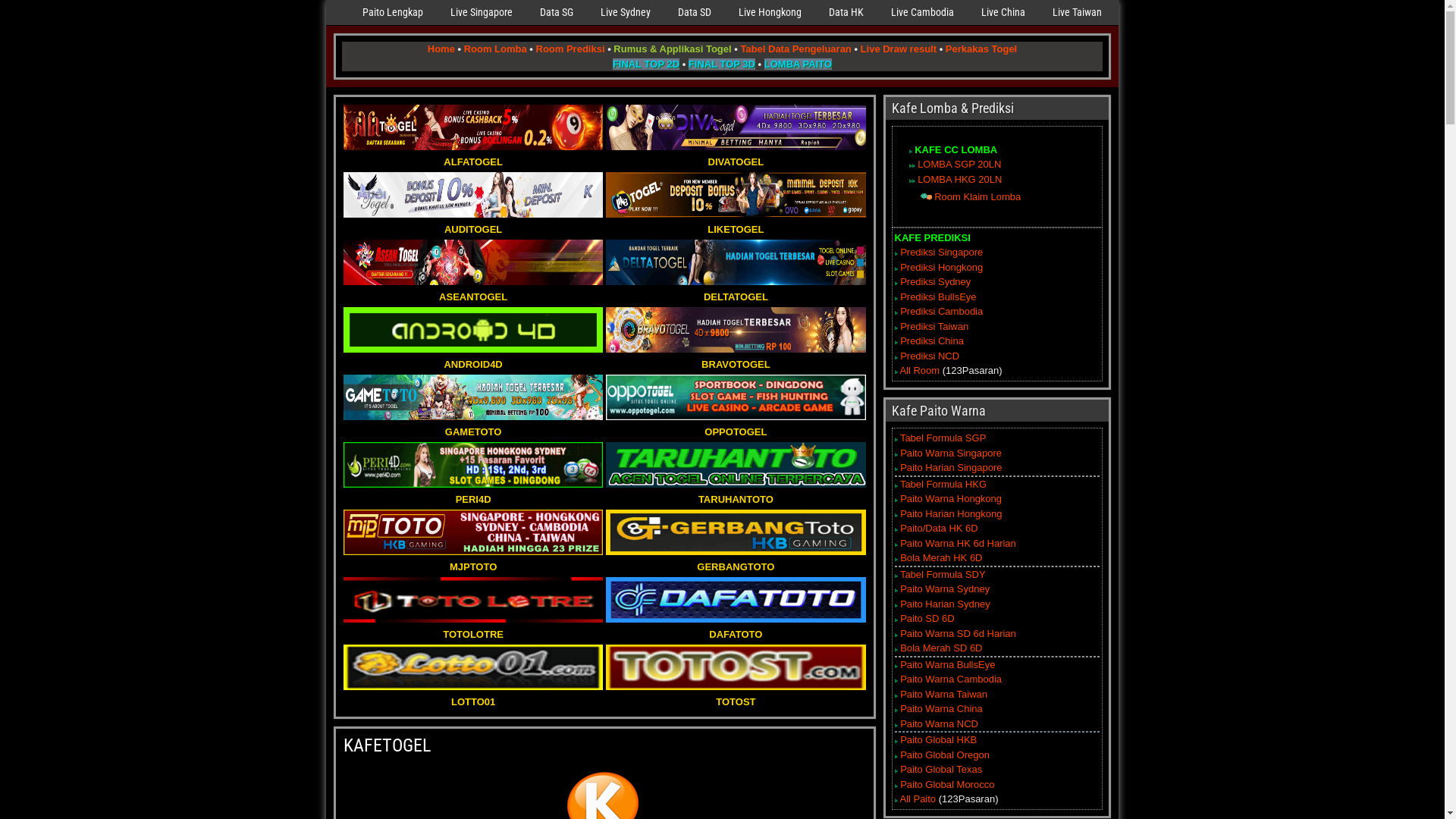  Describe the element at coordinates (472, 598) in the screenshot. I see `'Bandar Judi Online Terpercaya TOTOLOTRE'` at that location.